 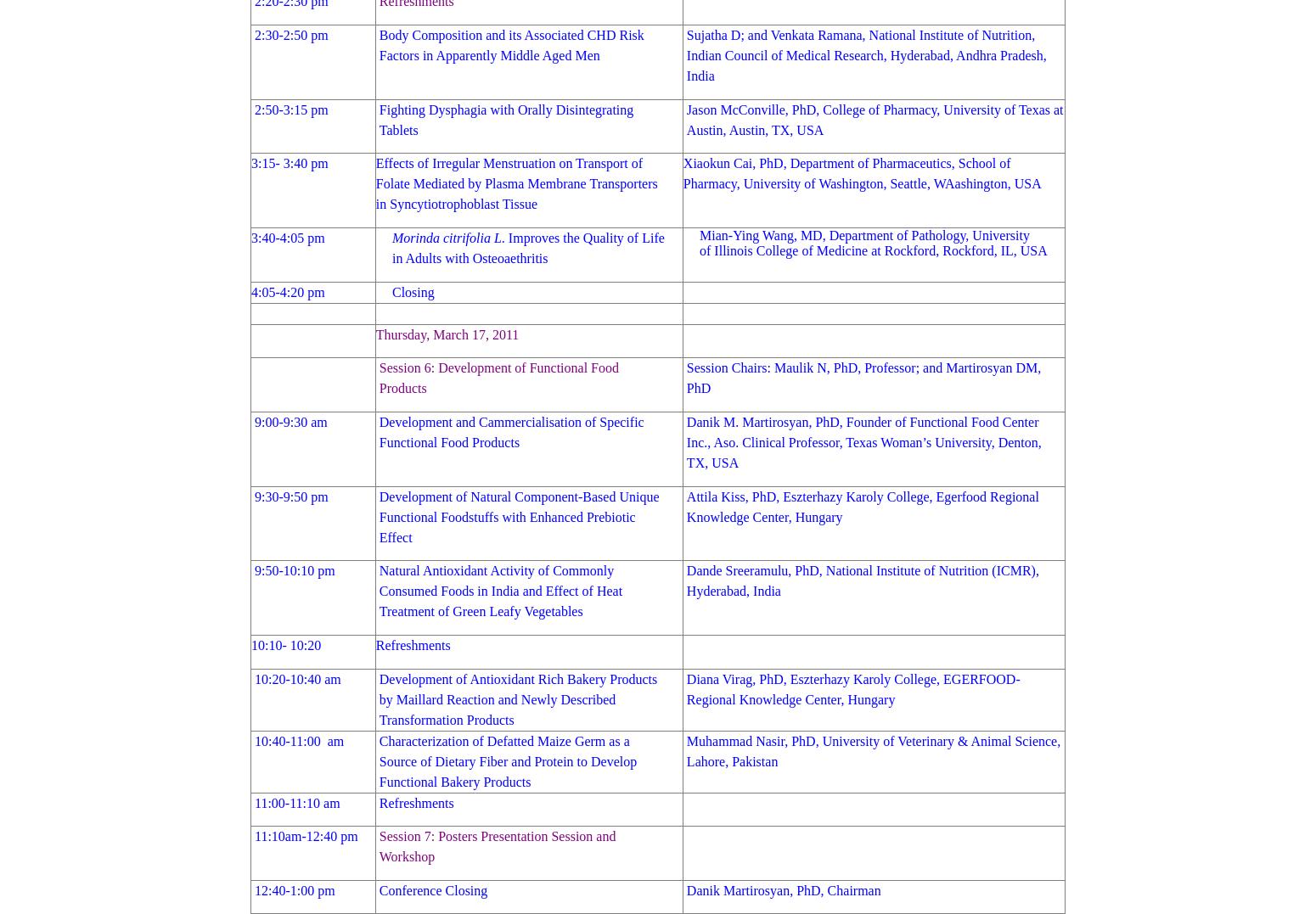 What do you see at coordinates (286, 290) in the screenshot?
I see `'4:05-4:20 pm'` at bounding box center [286, 290].